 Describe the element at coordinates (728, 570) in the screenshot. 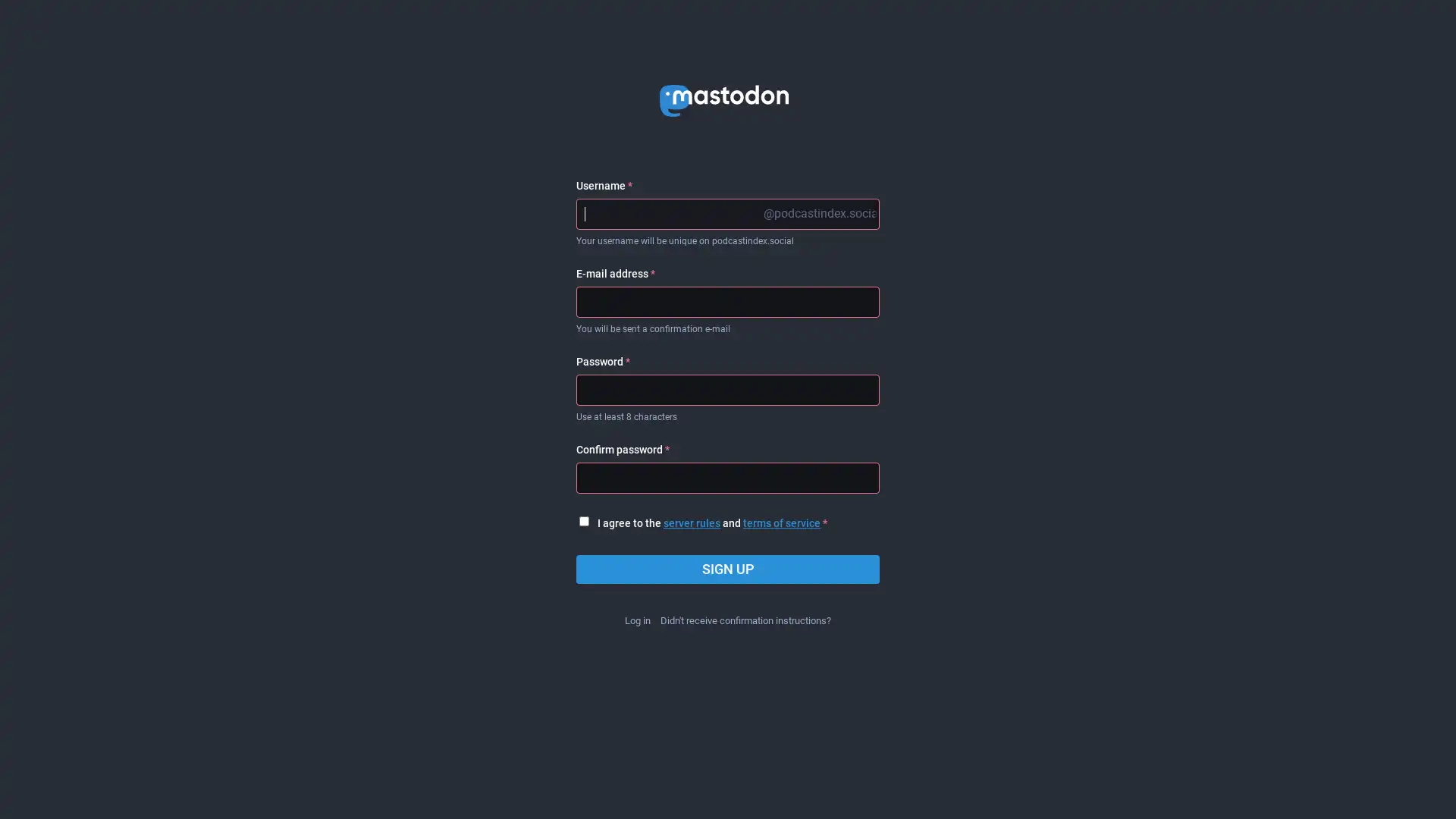

I see `SIGN UP` at that location.